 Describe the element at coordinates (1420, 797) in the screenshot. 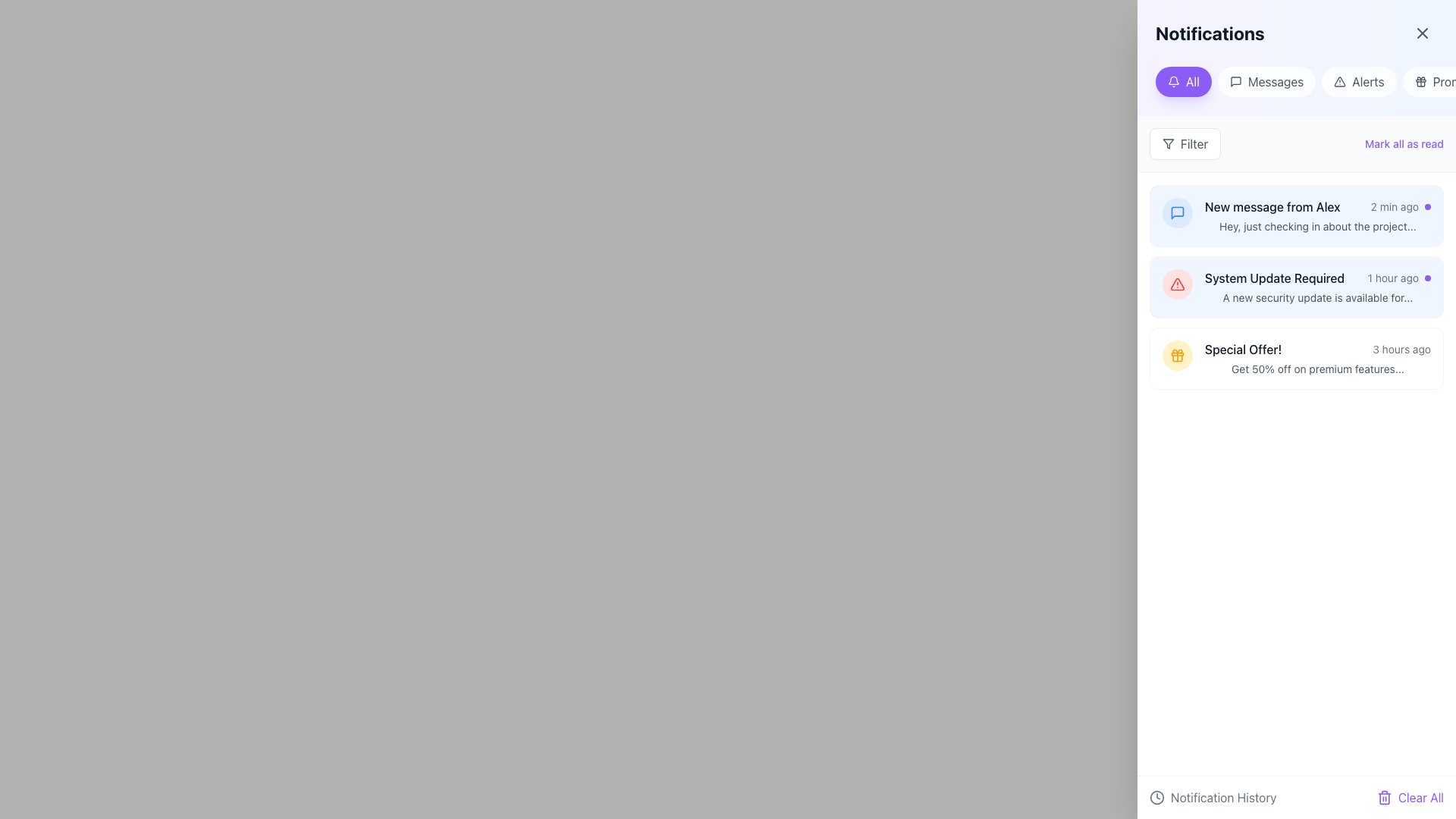

I see `the 'Clear All' text label in violet font located at the bottom-right corner of the application interface` at that location.